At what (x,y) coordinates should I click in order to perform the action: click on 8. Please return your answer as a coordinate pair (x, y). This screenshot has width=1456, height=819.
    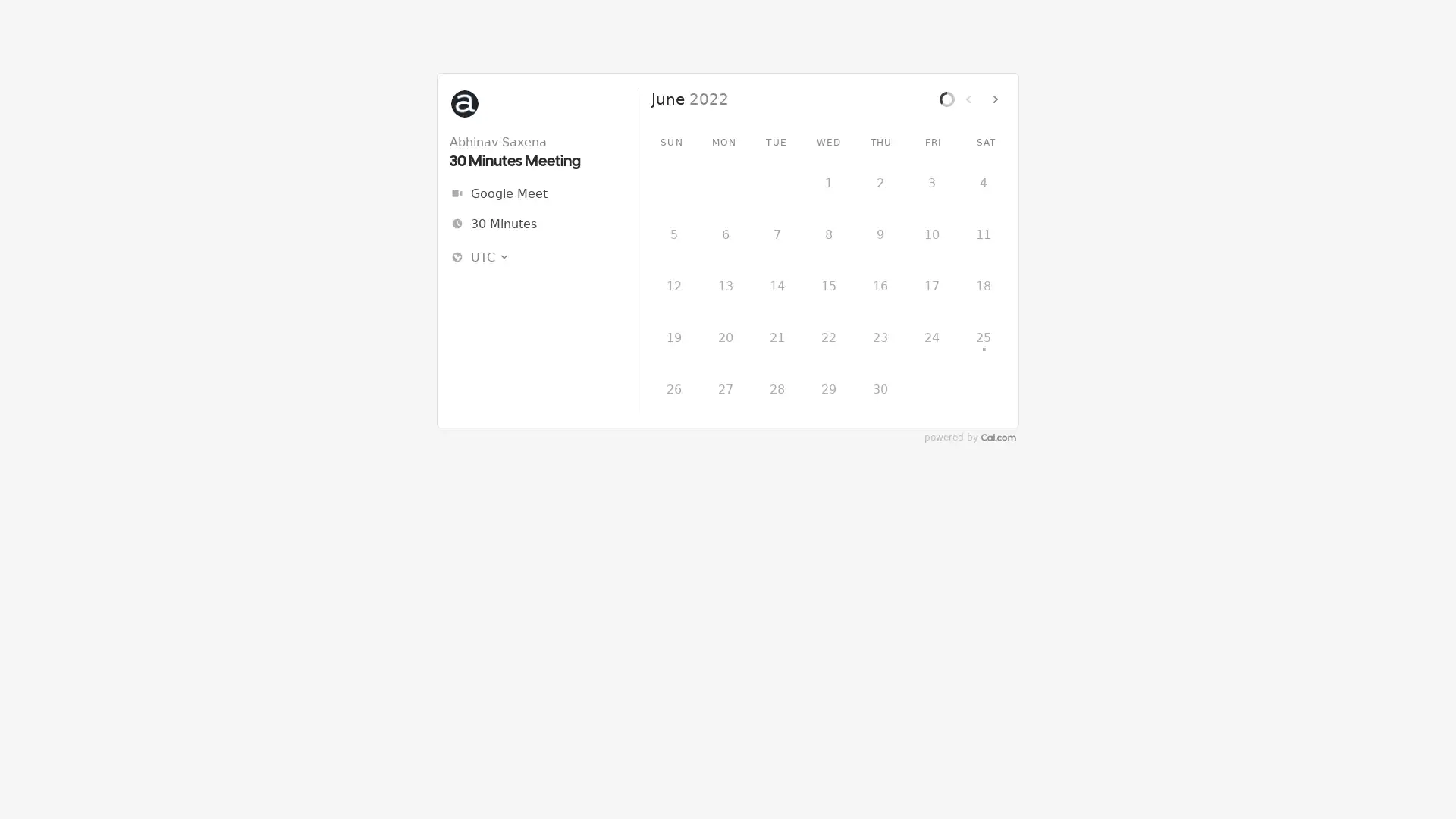
    Looking at the image, I should click on (828, 234).